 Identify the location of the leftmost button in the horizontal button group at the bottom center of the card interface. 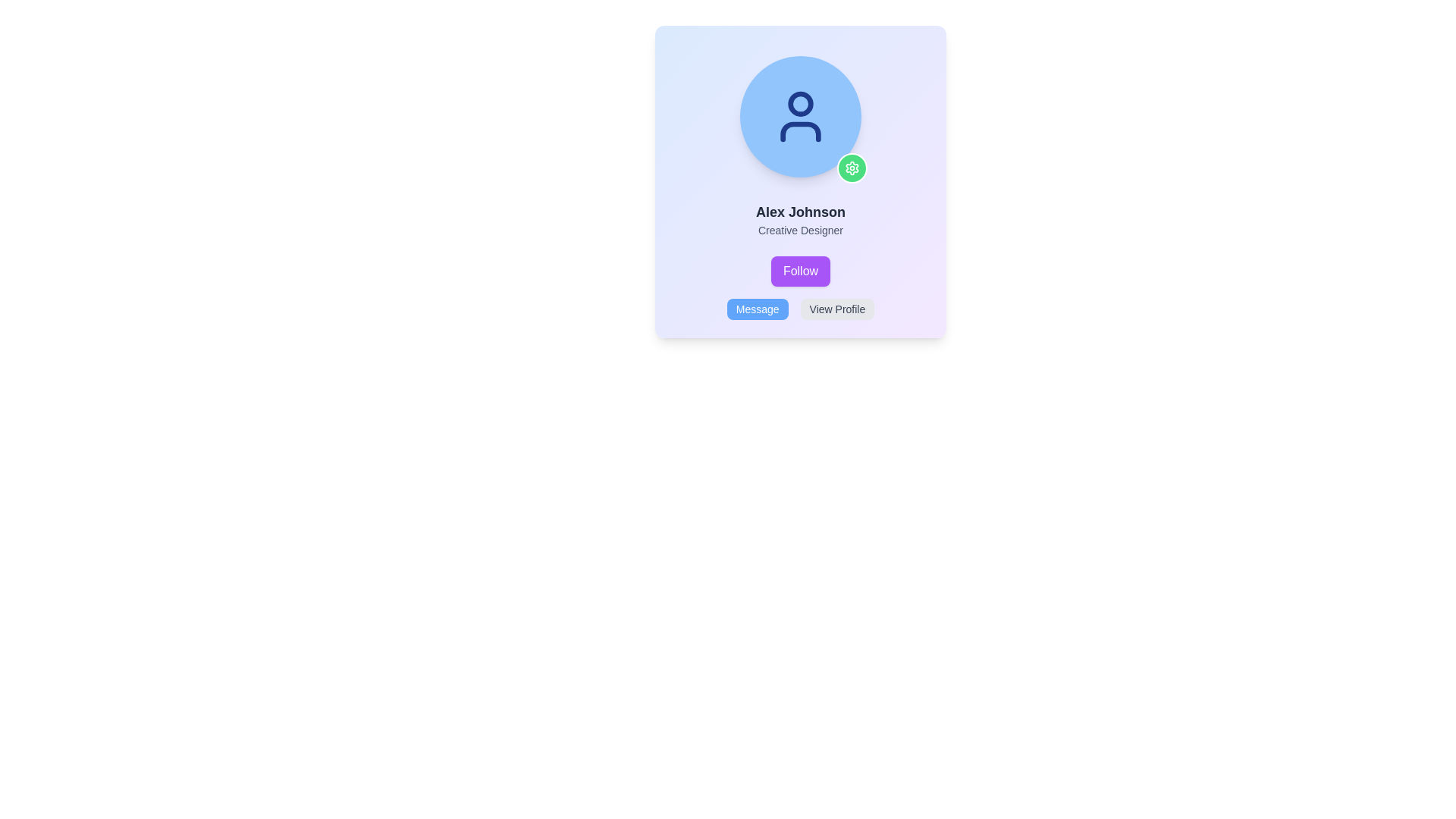
(758, 309).